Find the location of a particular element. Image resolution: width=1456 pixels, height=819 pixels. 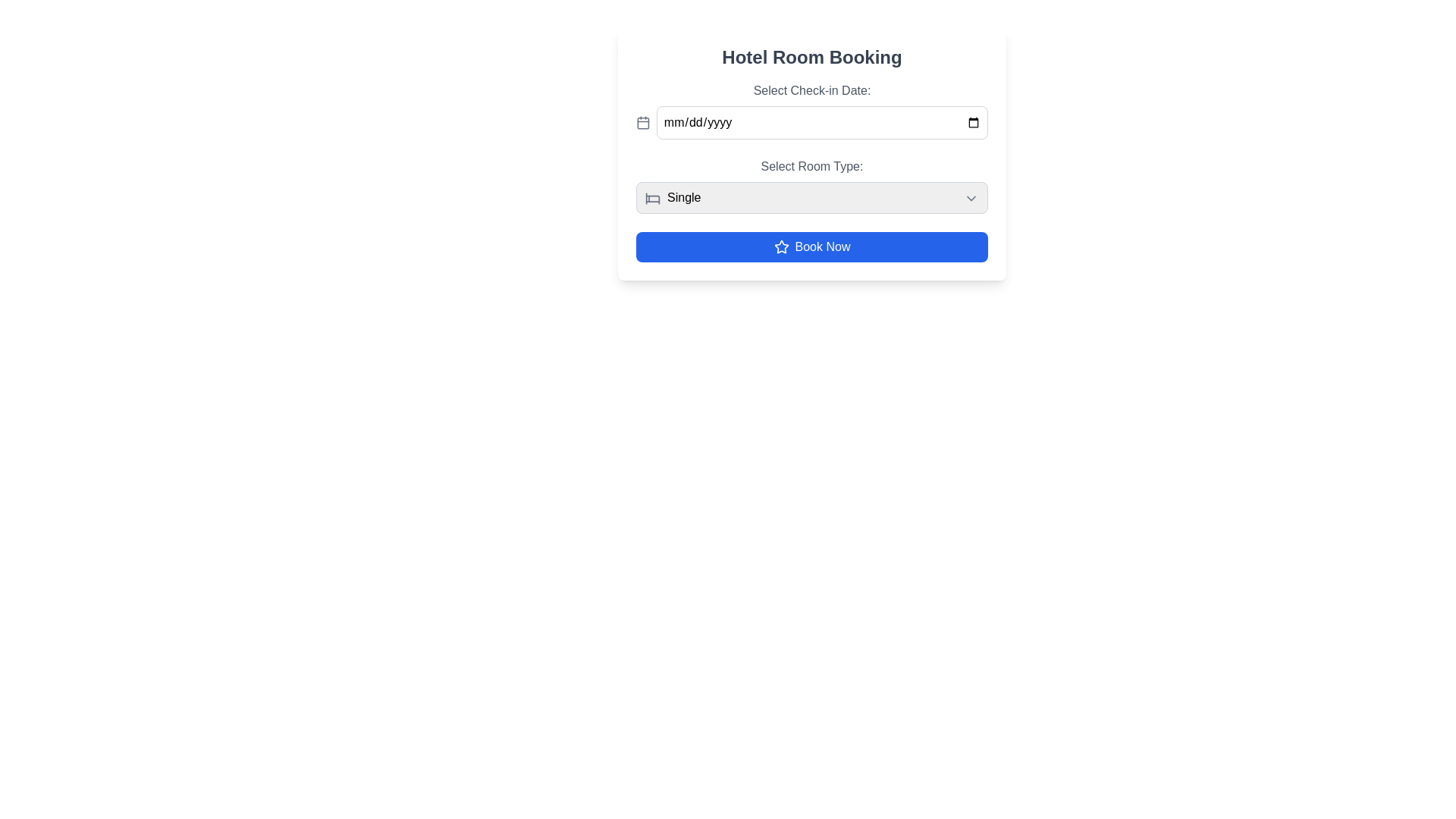

the downward-pointing gray chevron icon located in the top-right corner of the 'Select Room Type' input field is located at coordinates (971, 198).